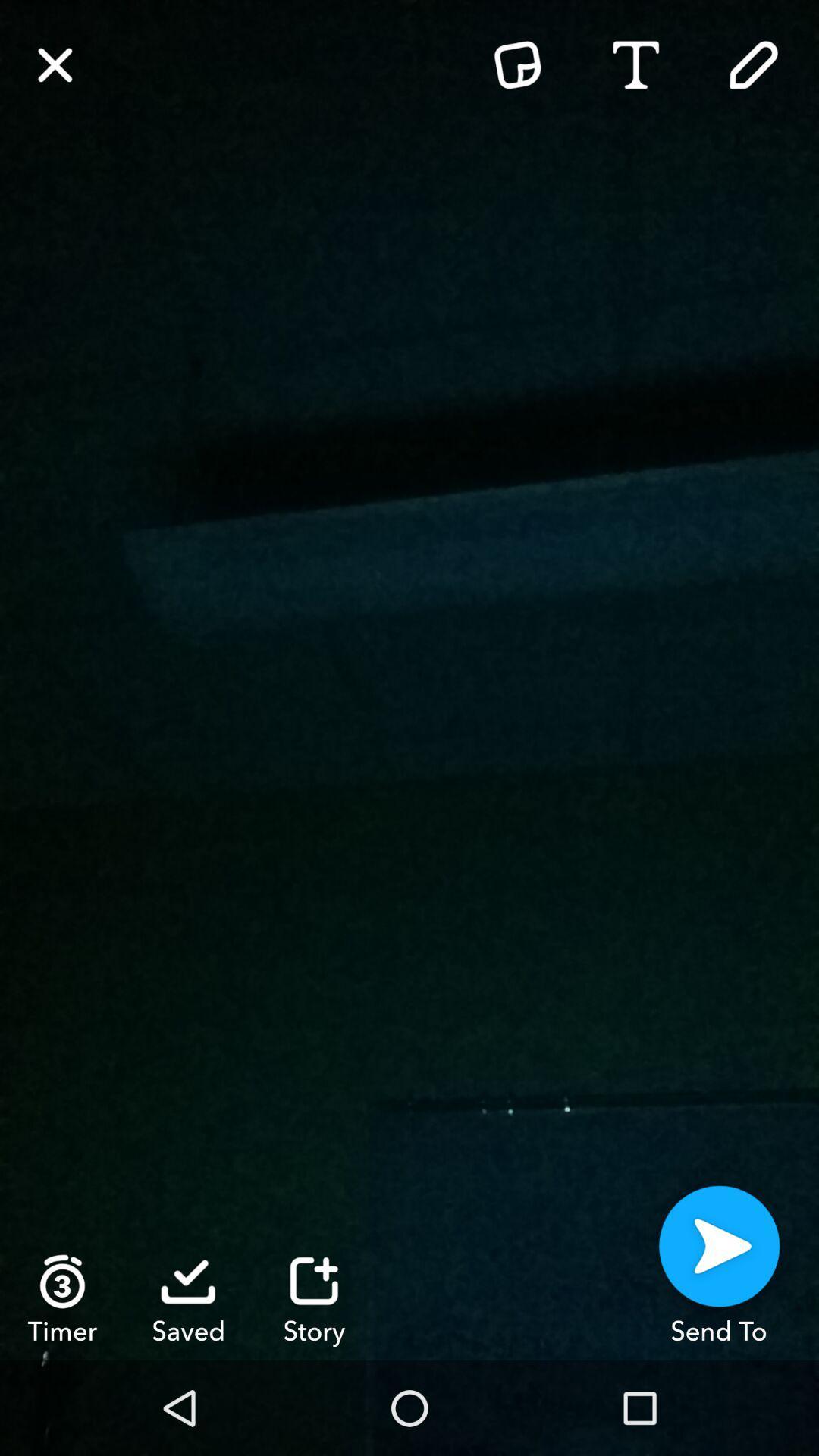 The width and height of the screenshot is (819, 1456). Describe the element at coordinates (187, 1276) in the screenshot. I see `the check icon` at that location.